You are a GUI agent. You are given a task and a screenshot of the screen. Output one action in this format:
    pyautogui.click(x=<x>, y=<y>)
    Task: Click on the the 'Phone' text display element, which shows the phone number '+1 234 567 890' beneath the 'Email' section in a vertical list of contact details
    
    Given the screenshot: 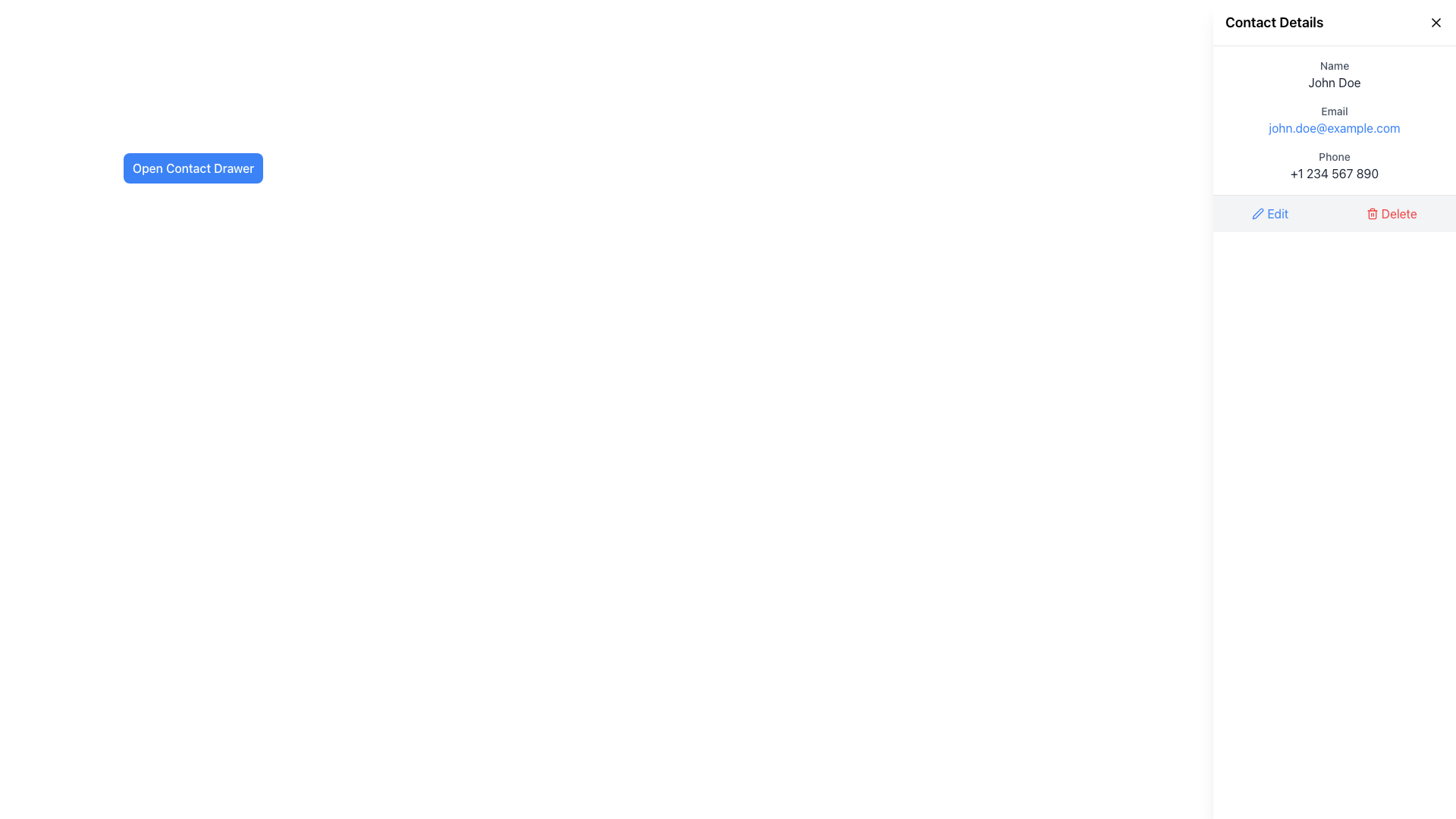 What is the action you would take?
    pyautogui.click(x=1335, y=166)
    